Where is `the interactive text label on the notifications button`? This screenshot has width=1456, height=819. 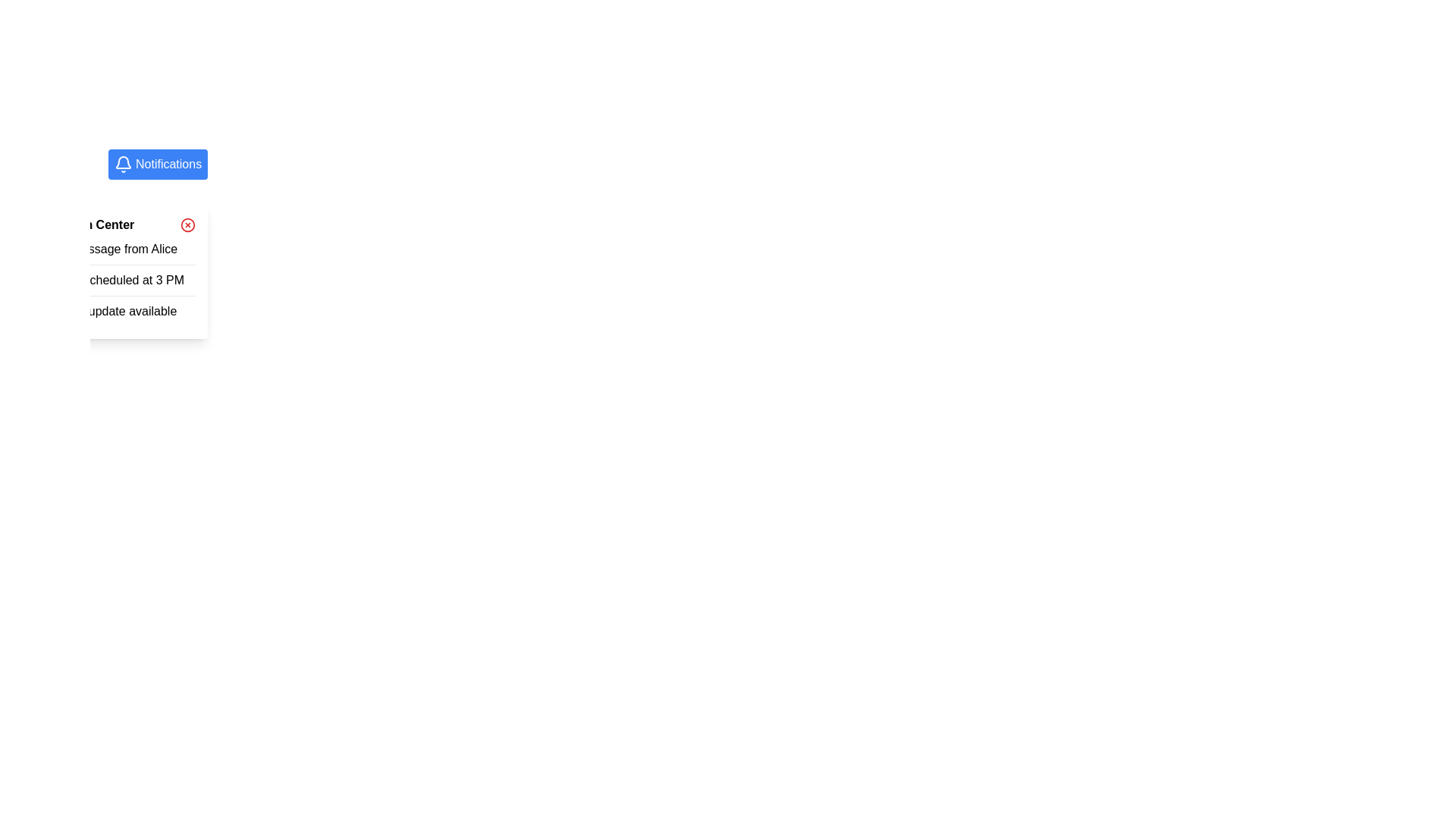
the interactive text label on the notifications button is located at coordinates (168, 164).